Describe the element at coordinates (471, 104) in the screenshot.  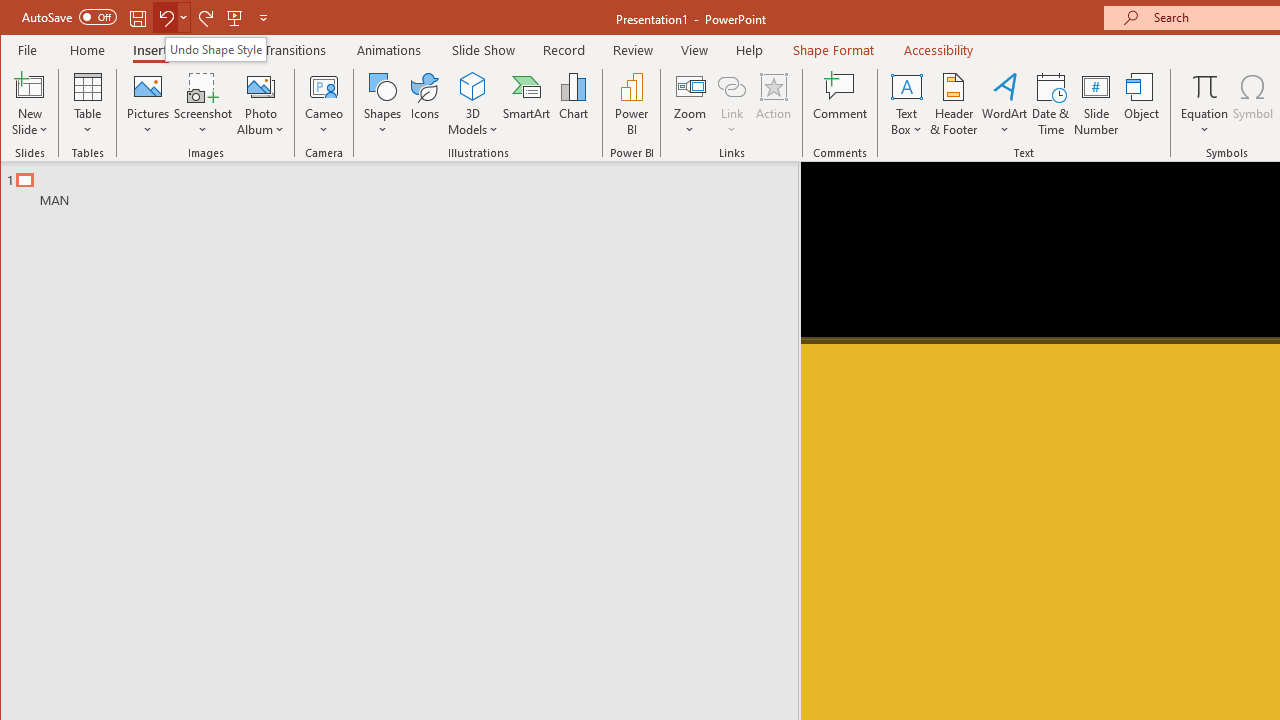
I see `'3D Models'` at that location.